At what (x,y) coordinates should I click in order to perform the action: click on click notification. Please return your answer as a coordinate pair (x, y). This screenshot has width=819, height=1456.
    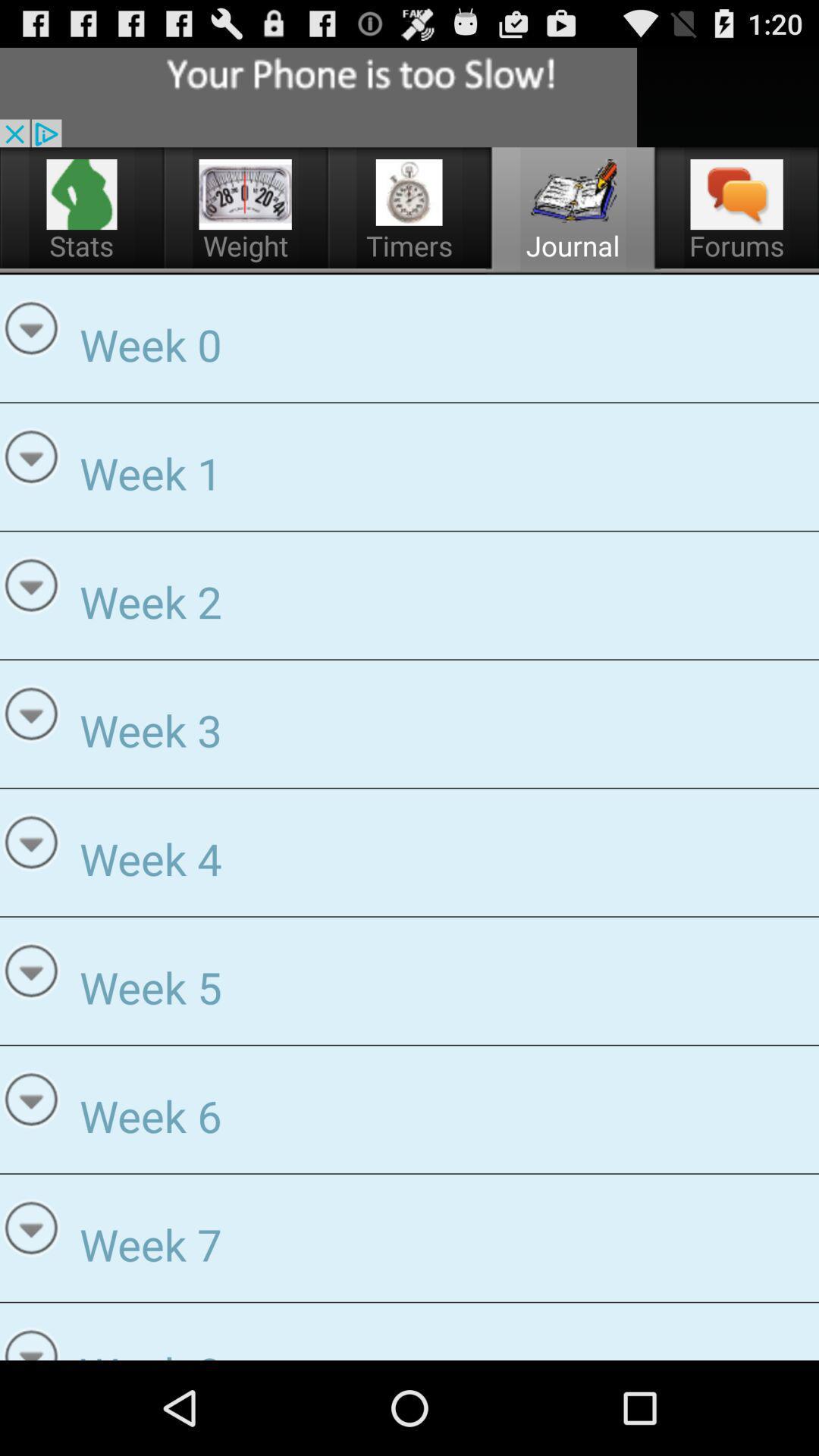
    Looking at the image, I should click on (318, 96).